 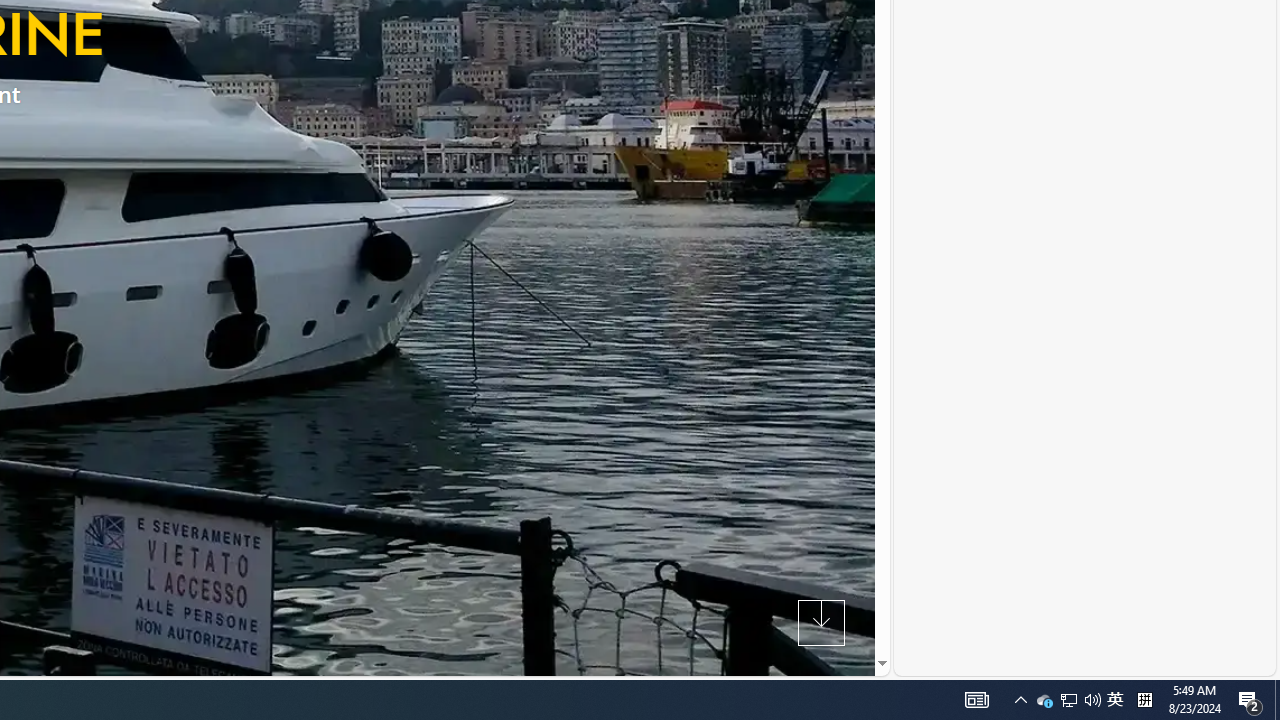 I want to click on 'Next Section', so click(x=821, y=621).